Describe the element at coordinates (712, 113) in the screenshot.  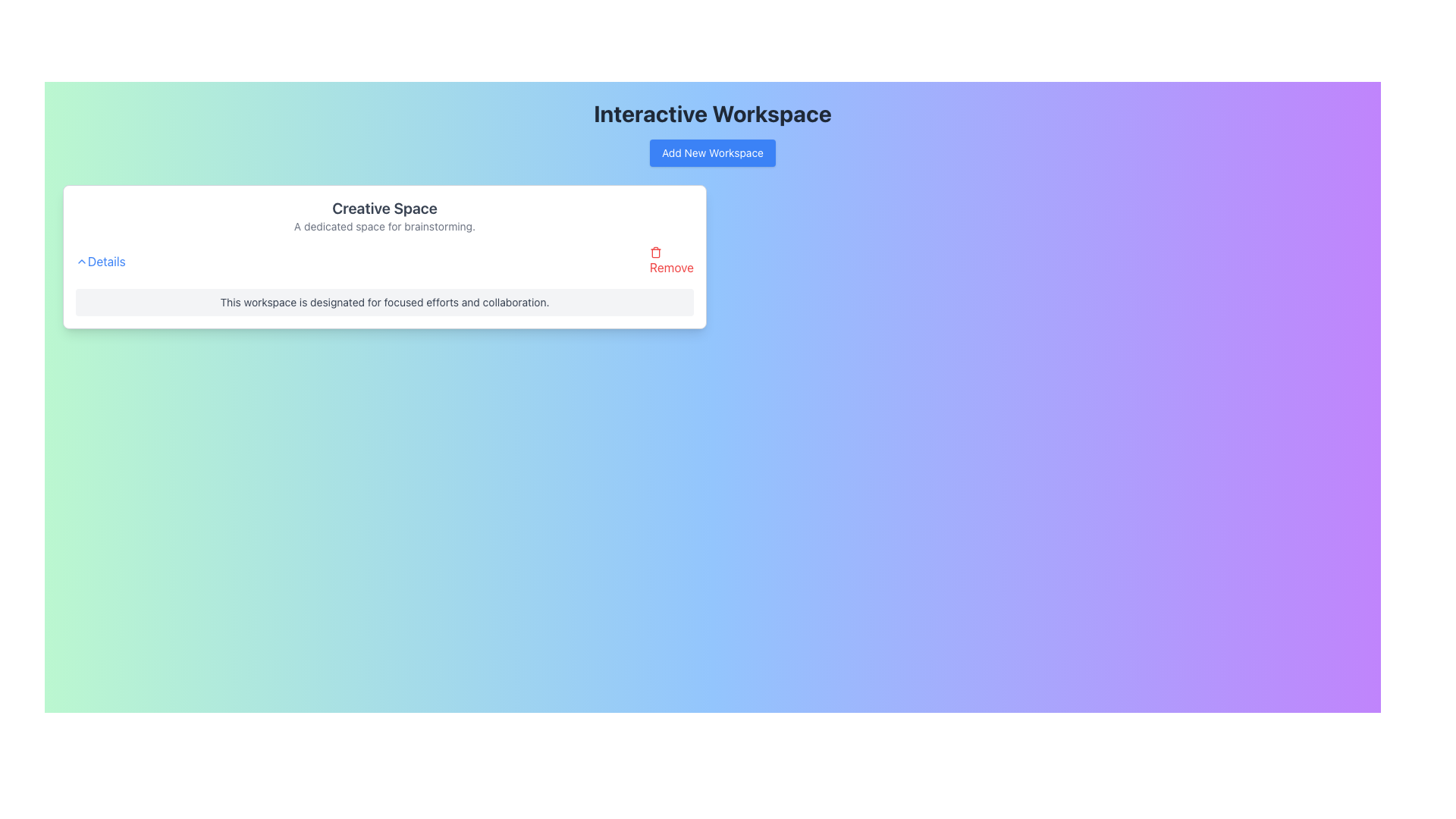
I see `the bold, large-sized static text reading 'Interactive Workspace', which is styled in dark gray and positioned at the top of the page, centered above the 'Add New Workspace' button` at that location.